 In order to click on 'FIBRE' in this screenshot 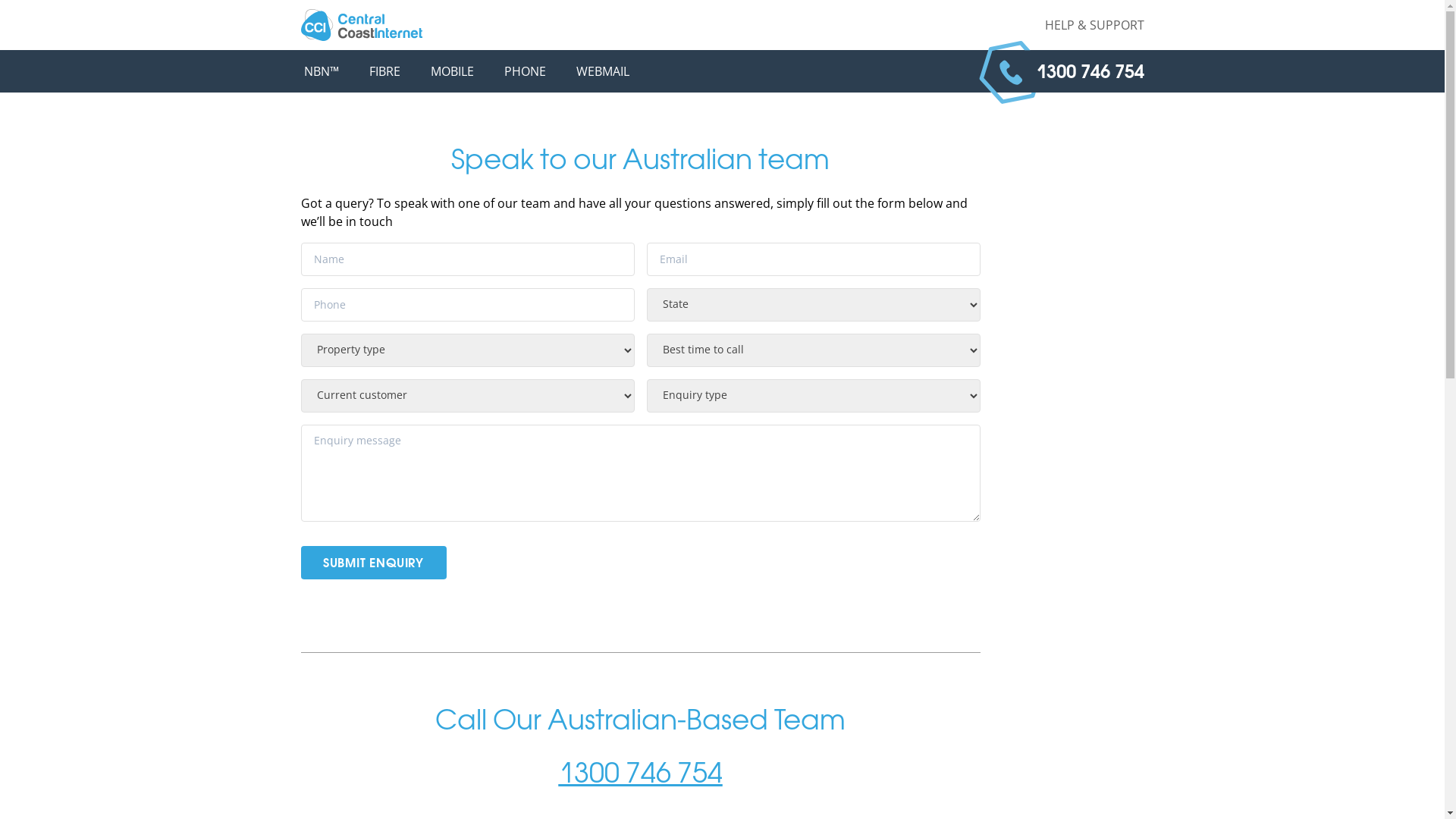, I will do `click(384, 71)`.